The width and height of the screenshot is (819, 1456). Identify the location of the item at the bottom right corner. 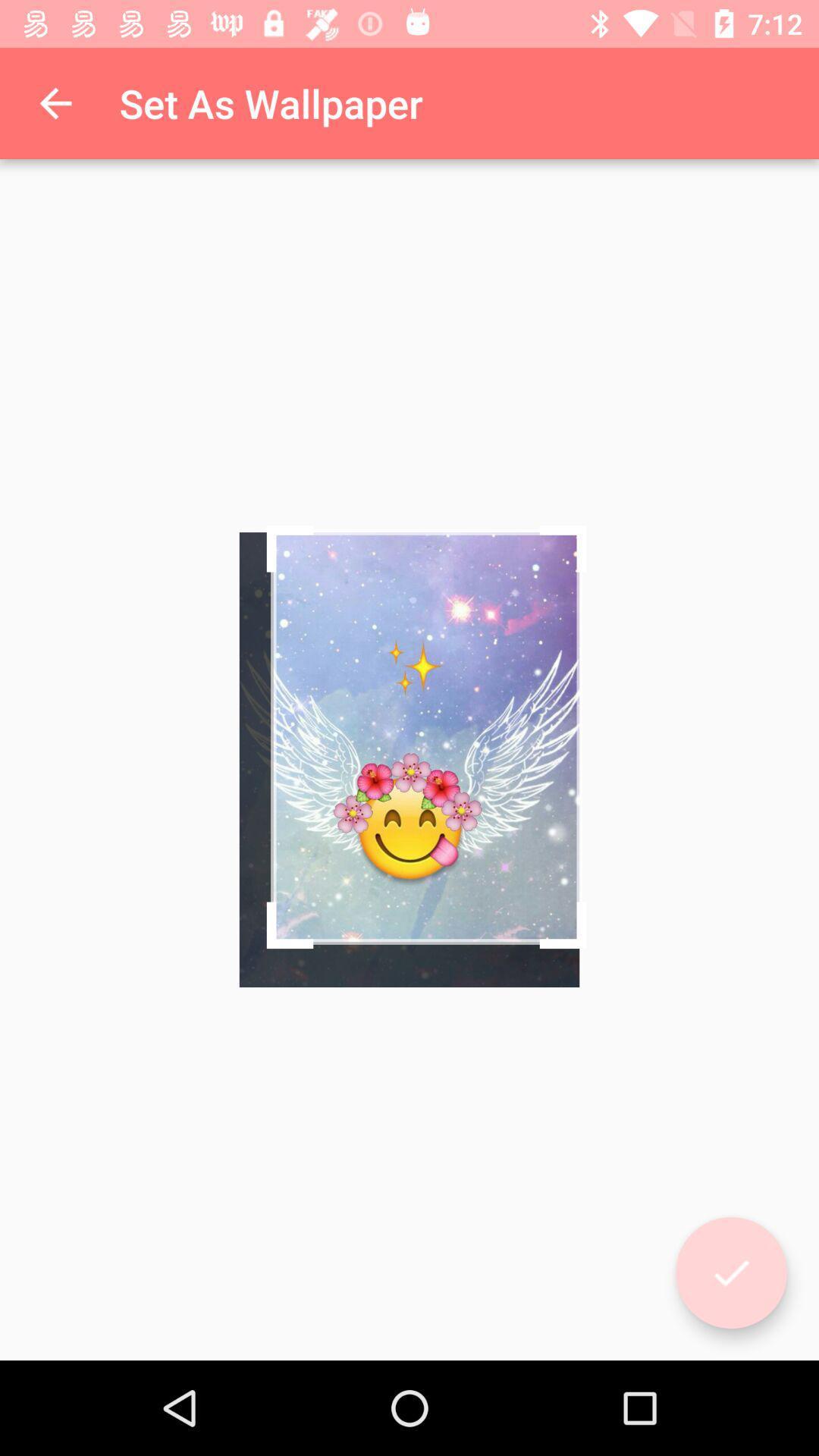
(730, 1272).